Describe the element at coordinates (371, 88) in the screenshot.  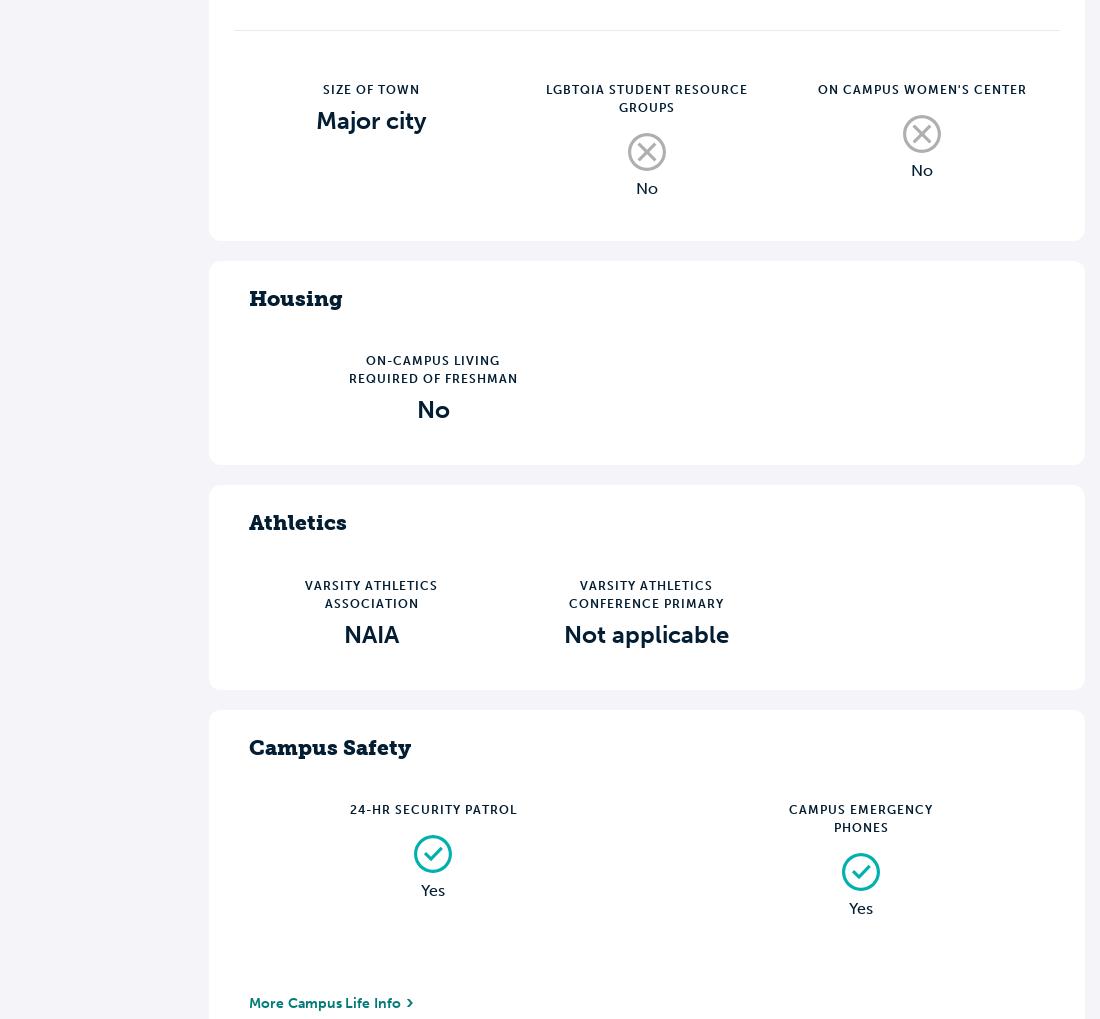
I see `'Size of Town'` at that location.